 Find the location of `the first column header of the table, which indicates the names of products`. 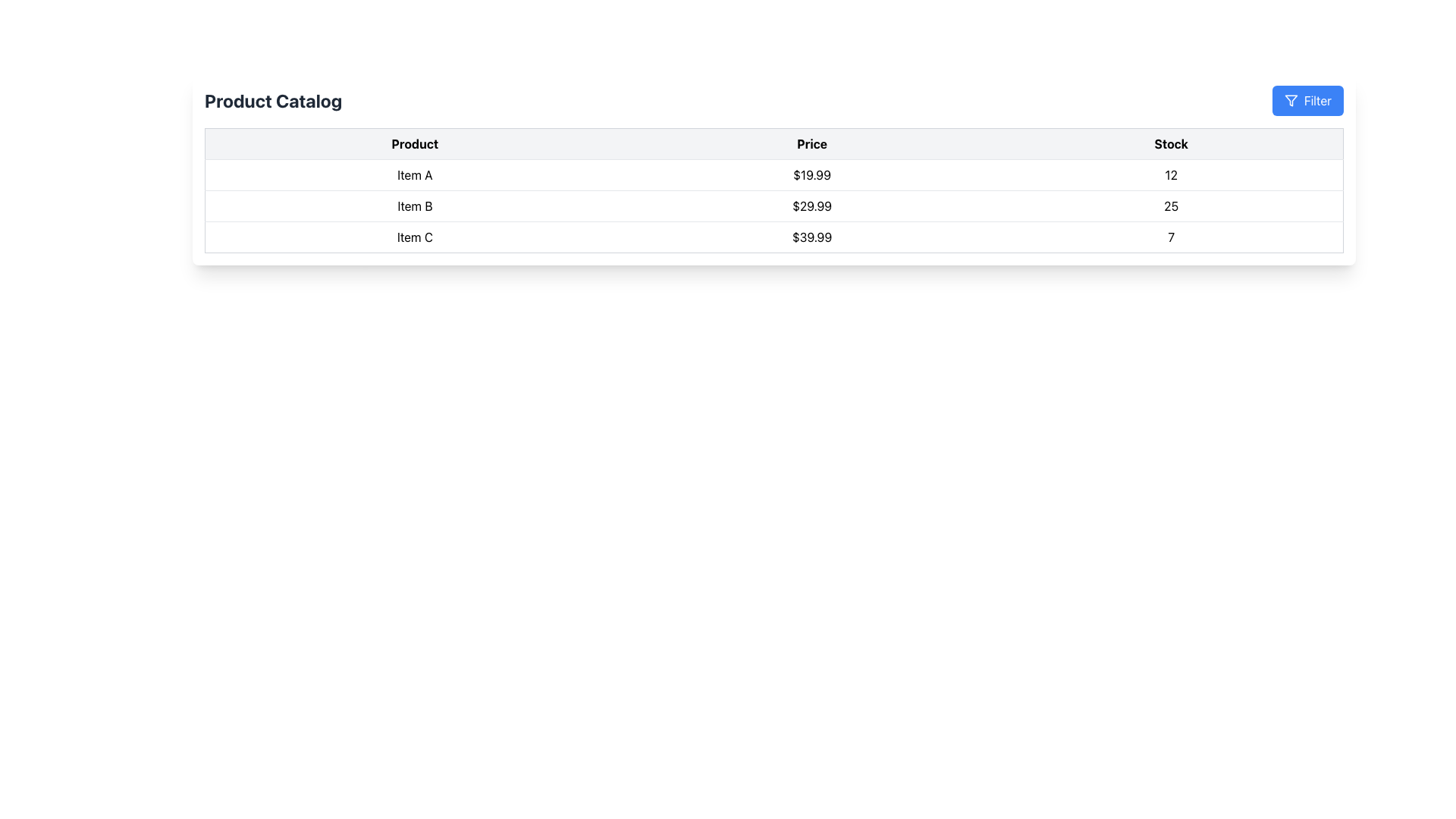

the first column header of the table, which indicates the names of products is located at coordinates (415, 143).